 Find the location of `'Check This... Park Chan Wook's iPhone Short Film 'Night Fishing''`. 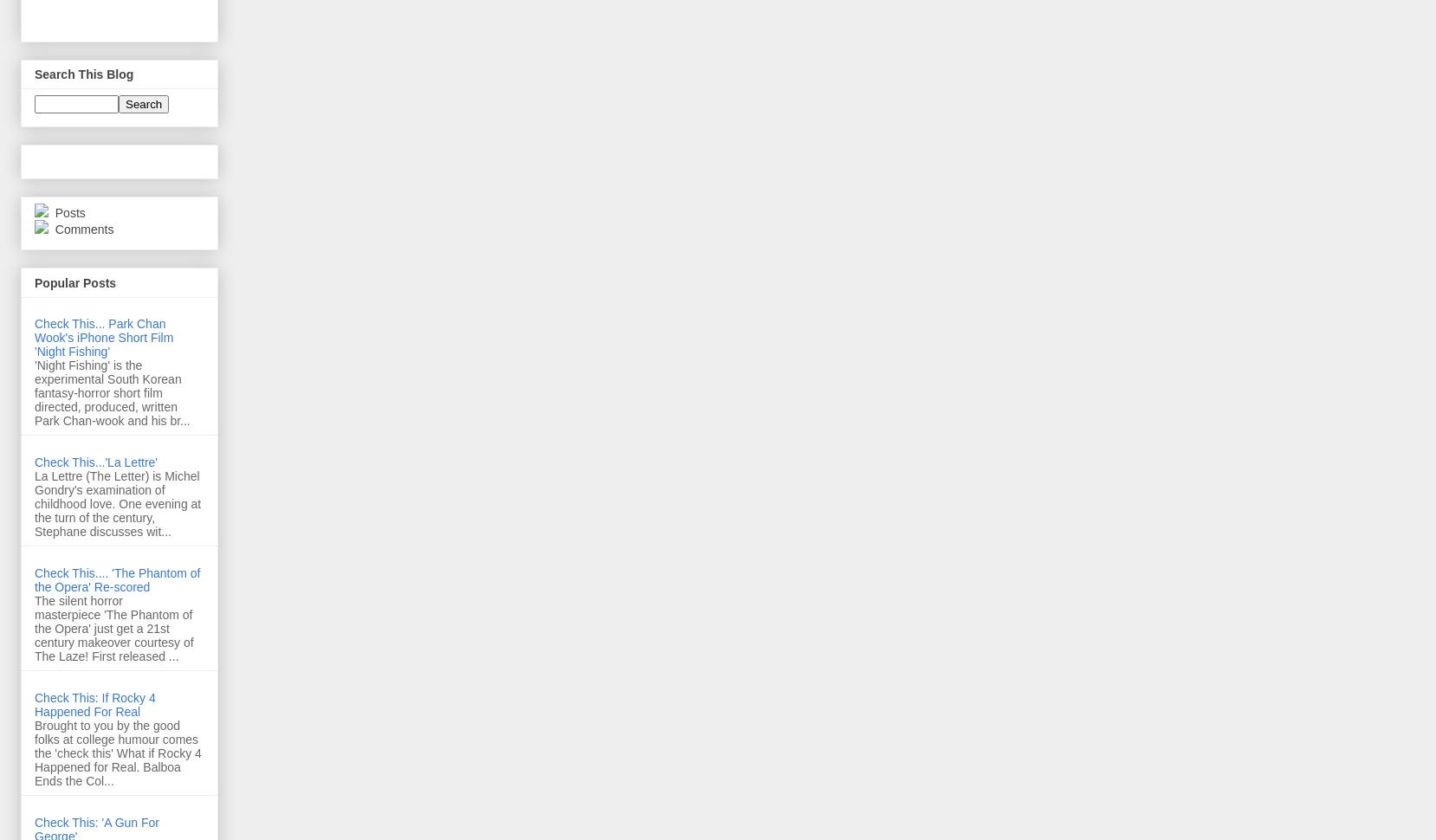

'Check This... Park Chan Wook's iPhone Short Film 'Night Fishing'' is located at coordinates (103, 336).